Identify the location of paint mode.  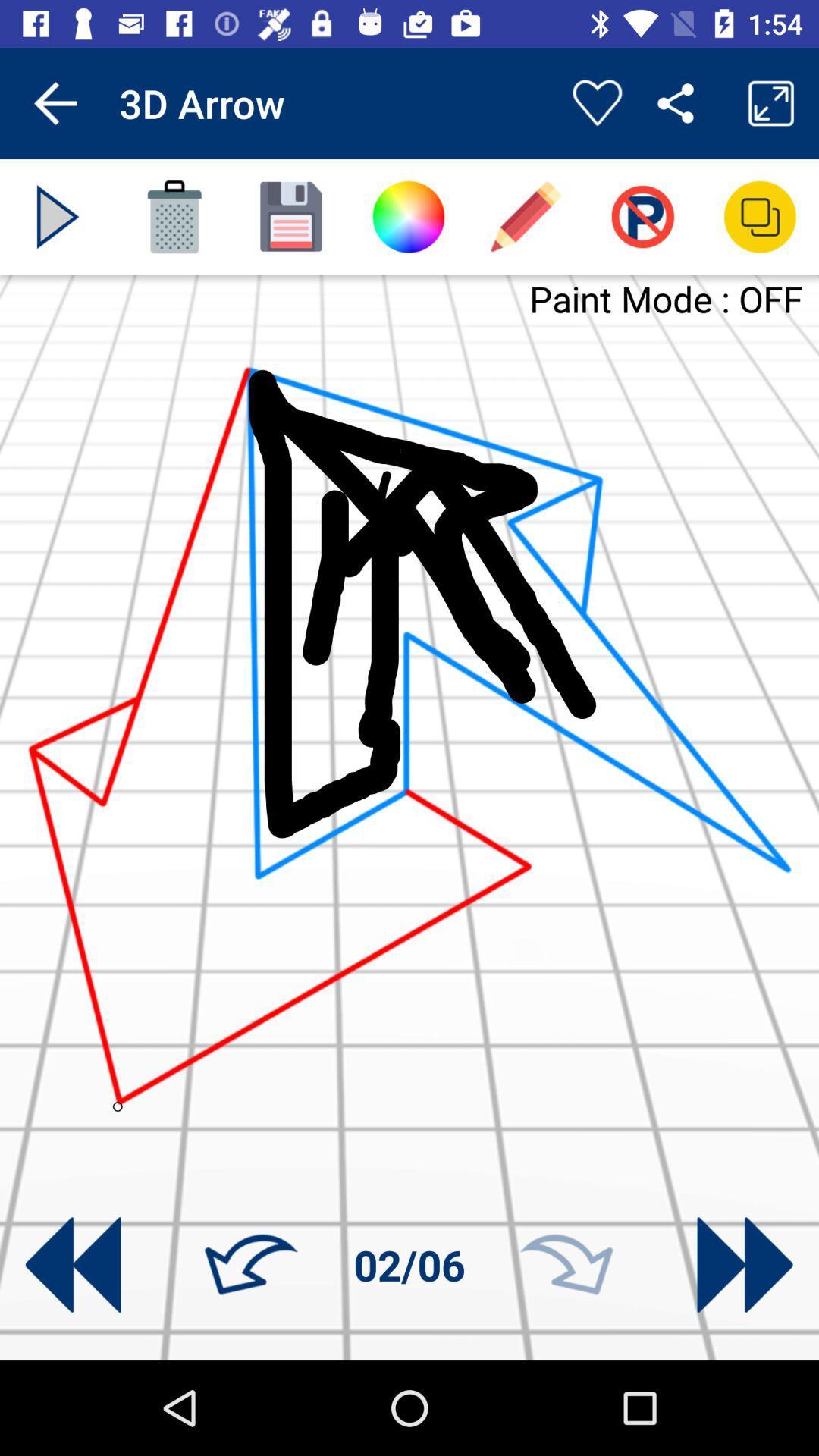
(642, 216).